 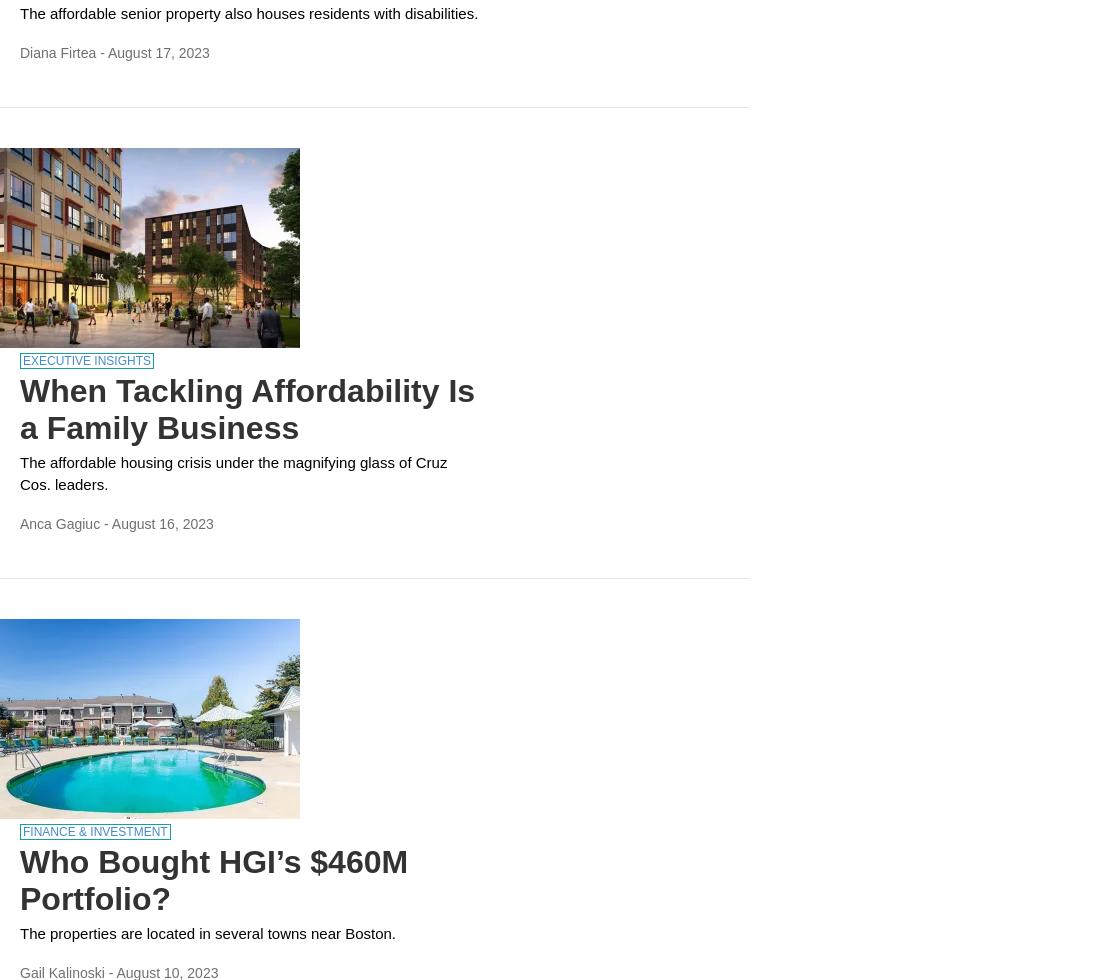 What do you see at coordinates (19, 408) in the screenshot?
I see `'When Tackling Affordability Is a Family Business'` at bounding box center [19, 408].